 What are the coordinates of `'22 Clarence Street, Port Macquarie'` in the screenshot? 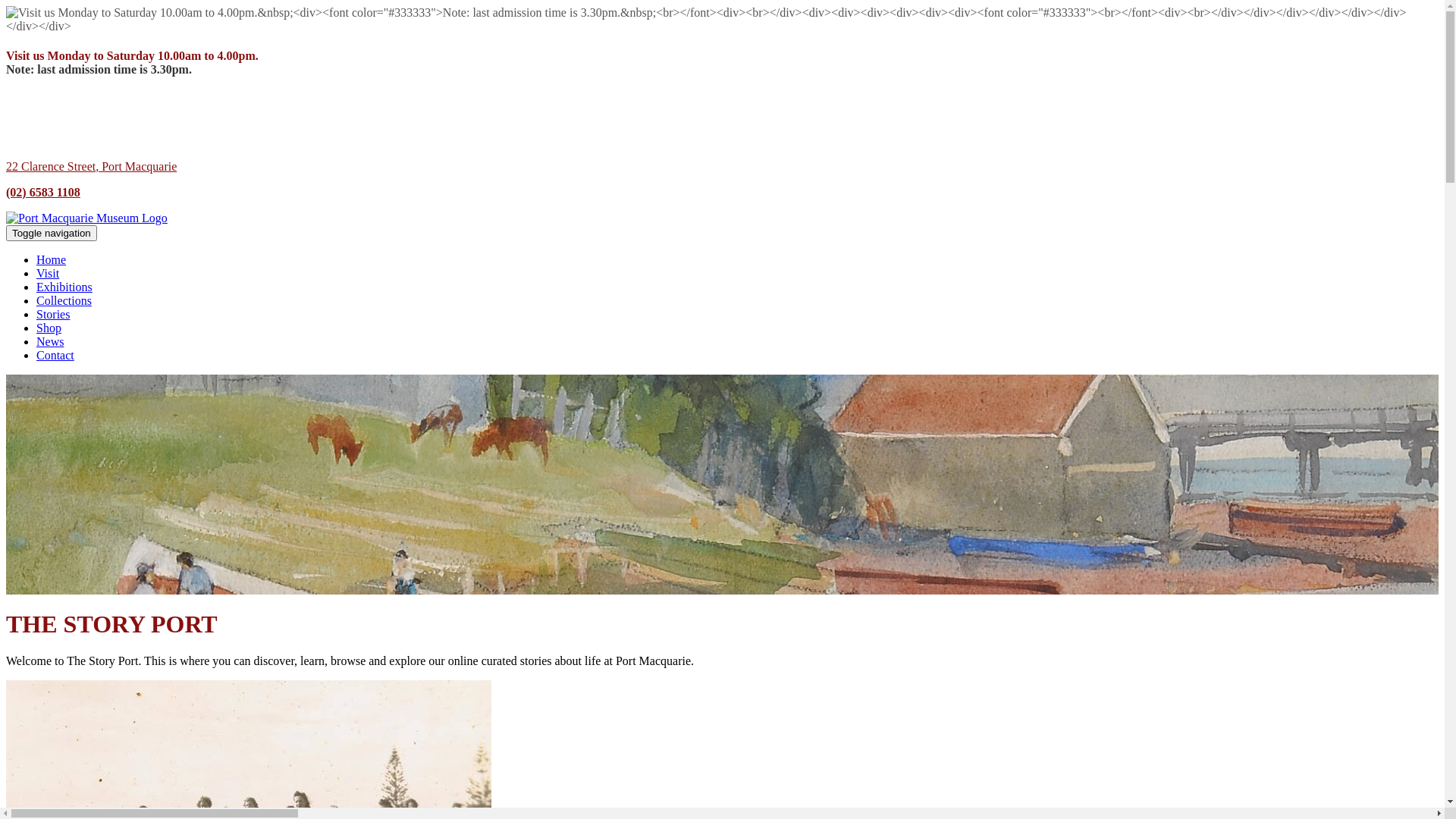 It's located at (90, 166).